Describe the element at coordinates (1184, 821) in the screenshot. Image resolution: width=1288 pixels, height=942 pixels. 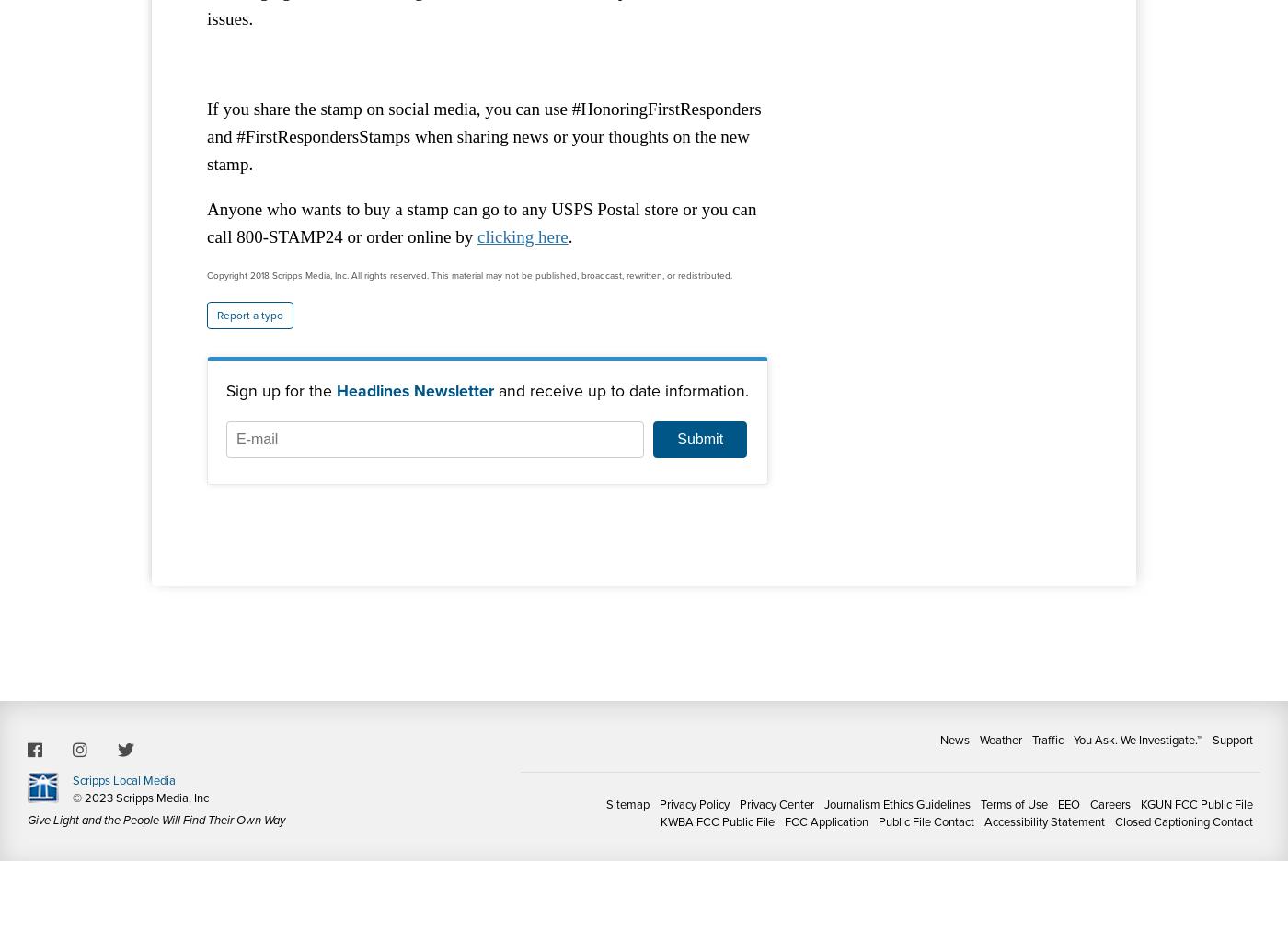
I see `'Closed Captioning Contact'` at that location.